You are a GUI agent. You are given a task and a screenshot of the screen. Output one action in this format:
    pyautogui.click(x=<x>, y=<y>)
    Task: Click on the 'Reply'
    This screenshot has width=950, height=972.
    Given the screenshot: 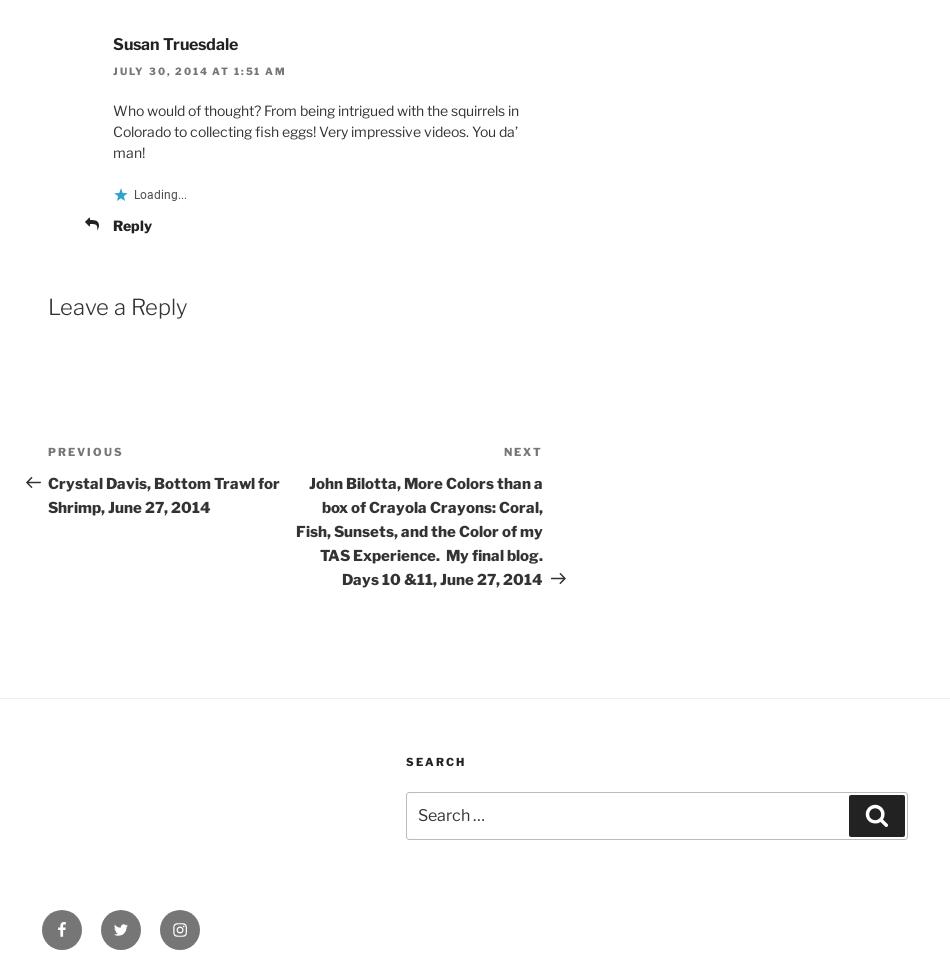 What is the action you would take?
    pyautogui.click(x=132, y=223)
    